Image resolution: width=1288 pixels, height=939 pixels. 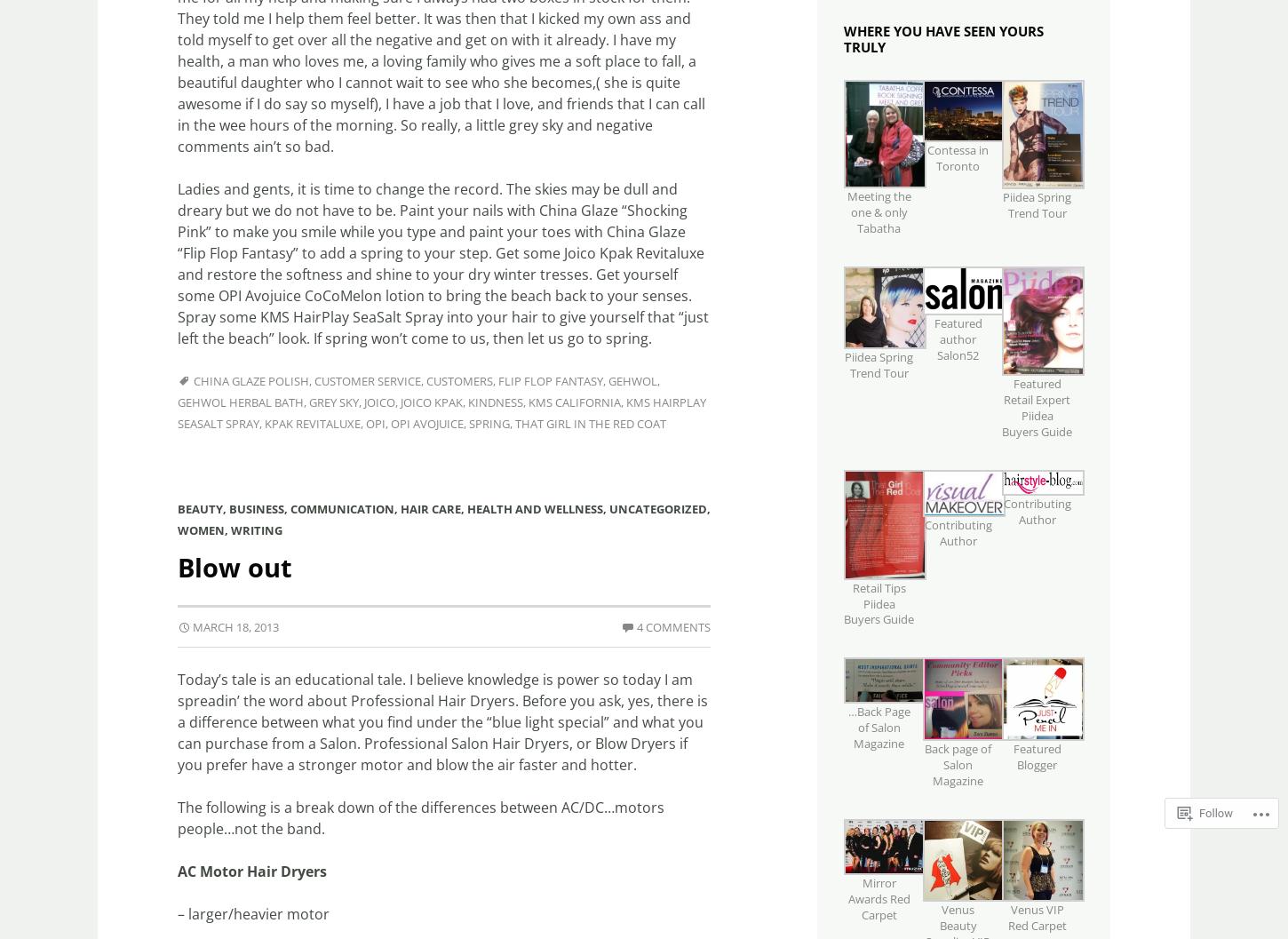 I want to click on 'Business', so click(x=256, y=507).